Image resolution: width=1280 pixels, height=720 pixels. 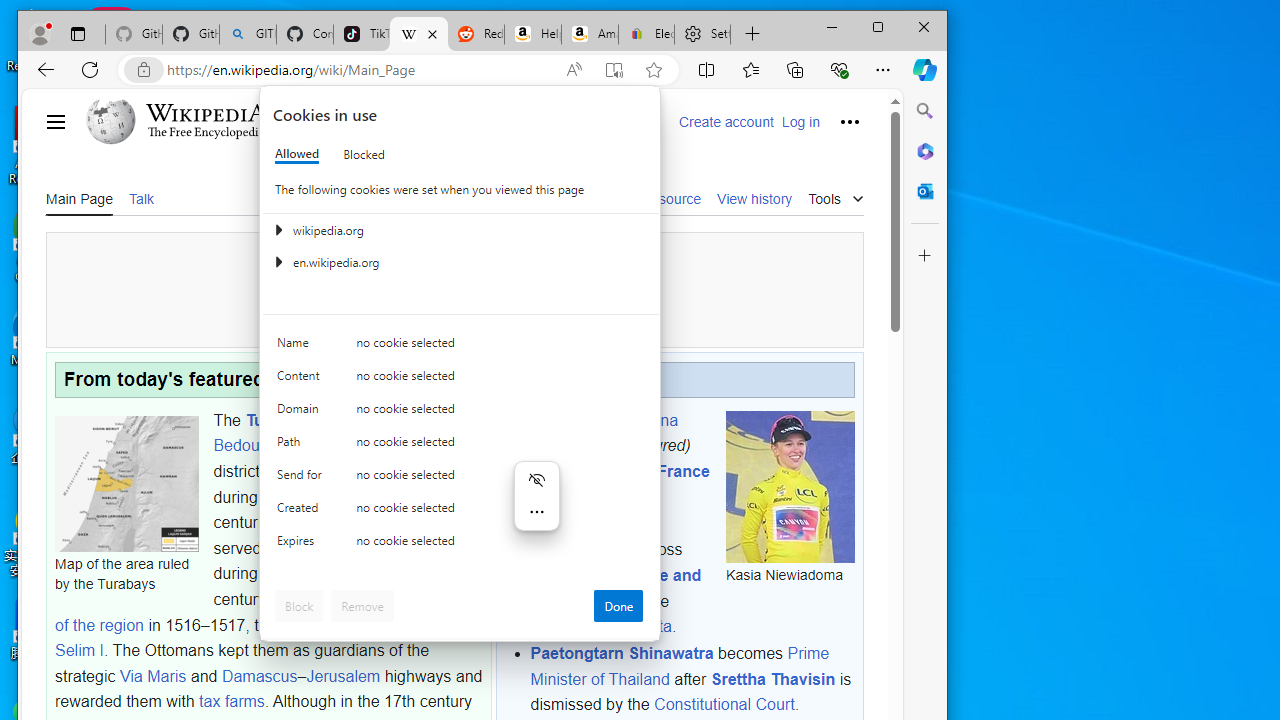 I want to click on 'Path', so click(x=301, y=445).